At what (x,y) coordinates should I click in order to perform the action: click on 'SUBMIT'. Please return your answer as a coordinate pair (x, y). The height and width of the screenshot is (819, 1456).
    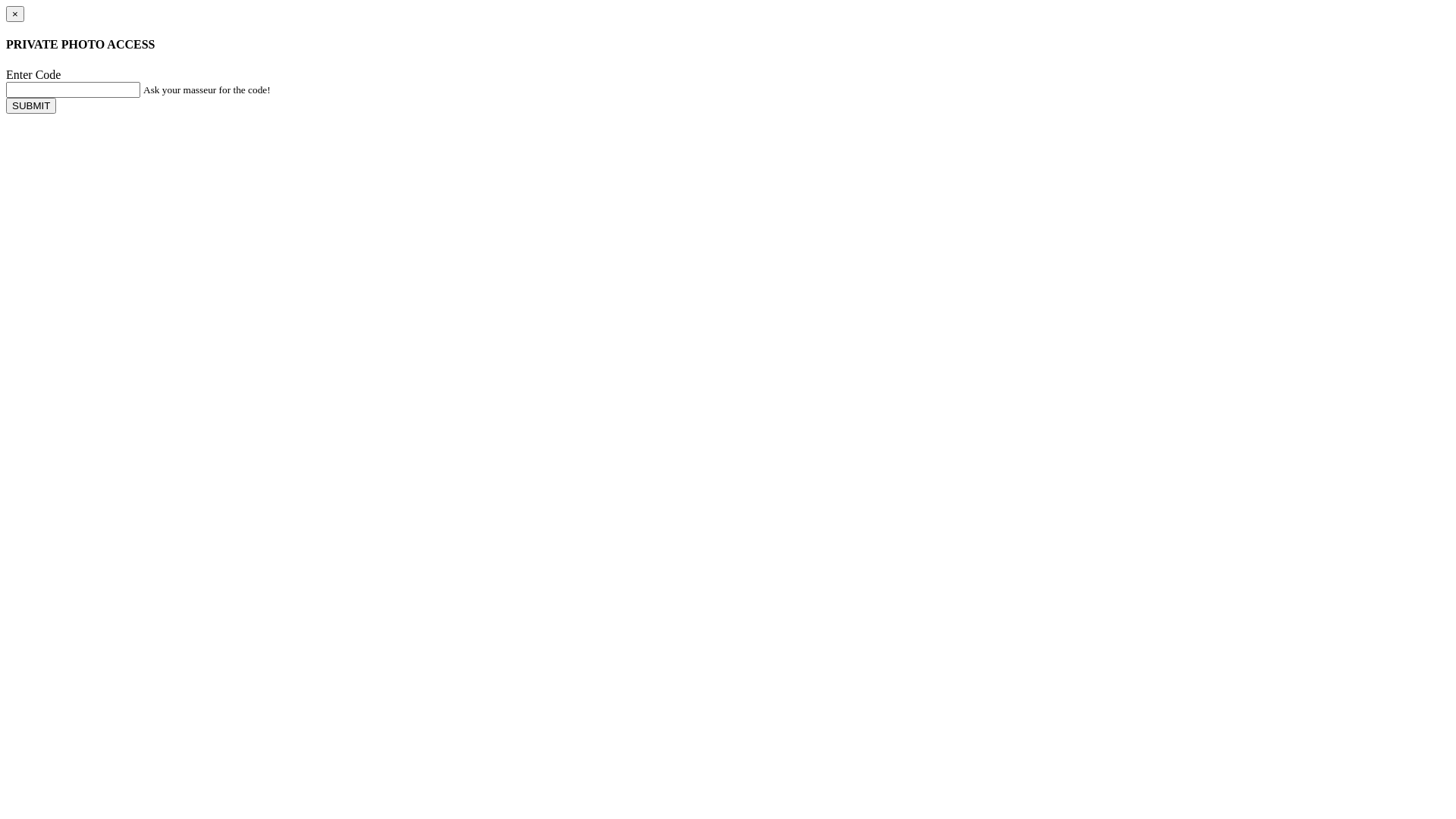
    Looking at the image, I should click on (31, 105).